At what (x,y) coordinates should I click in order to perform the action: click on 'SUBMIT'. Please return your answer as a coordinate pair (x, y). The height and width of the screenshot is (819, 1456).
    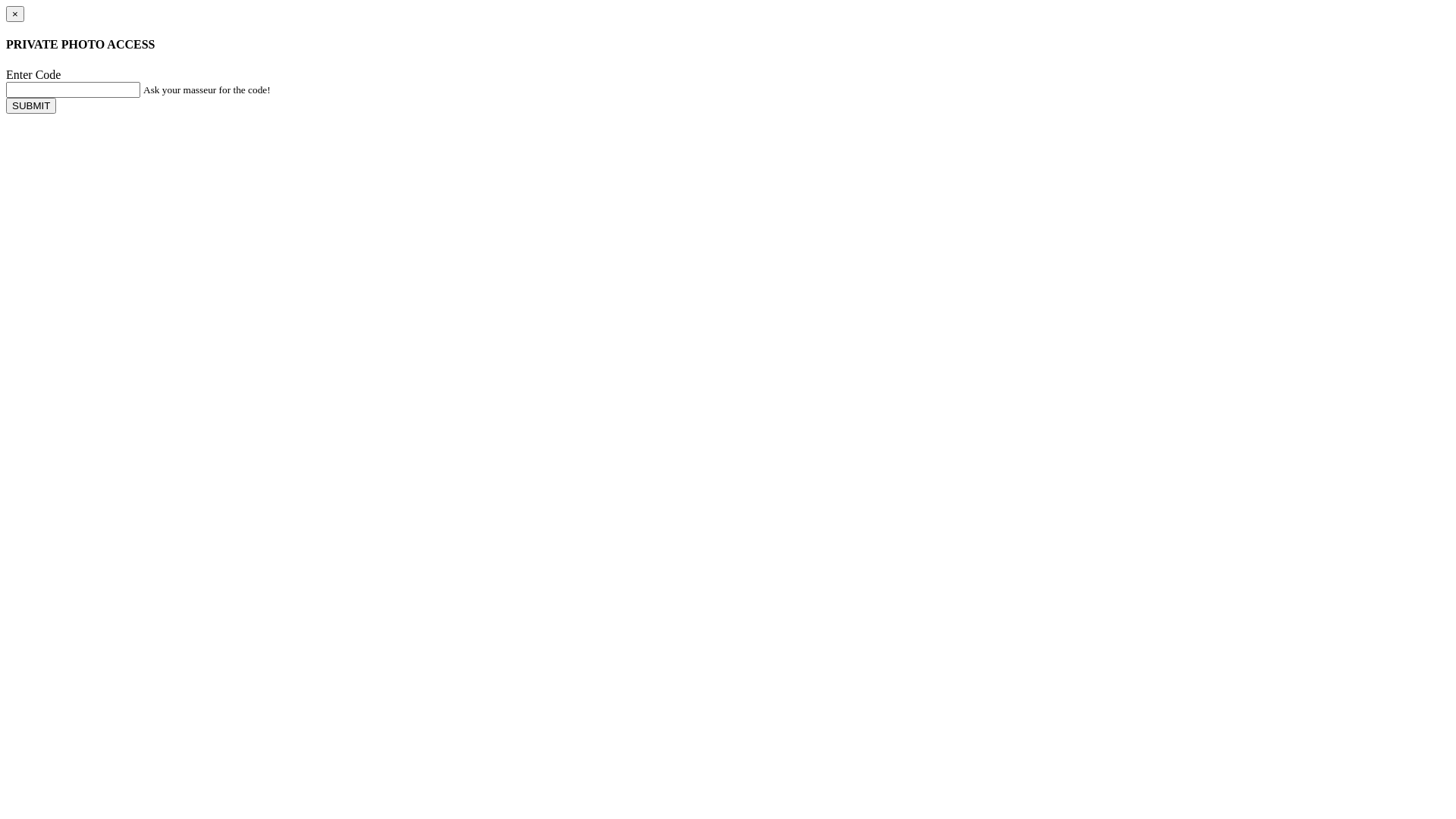
    Looking at the image, I should click on (31, 105).